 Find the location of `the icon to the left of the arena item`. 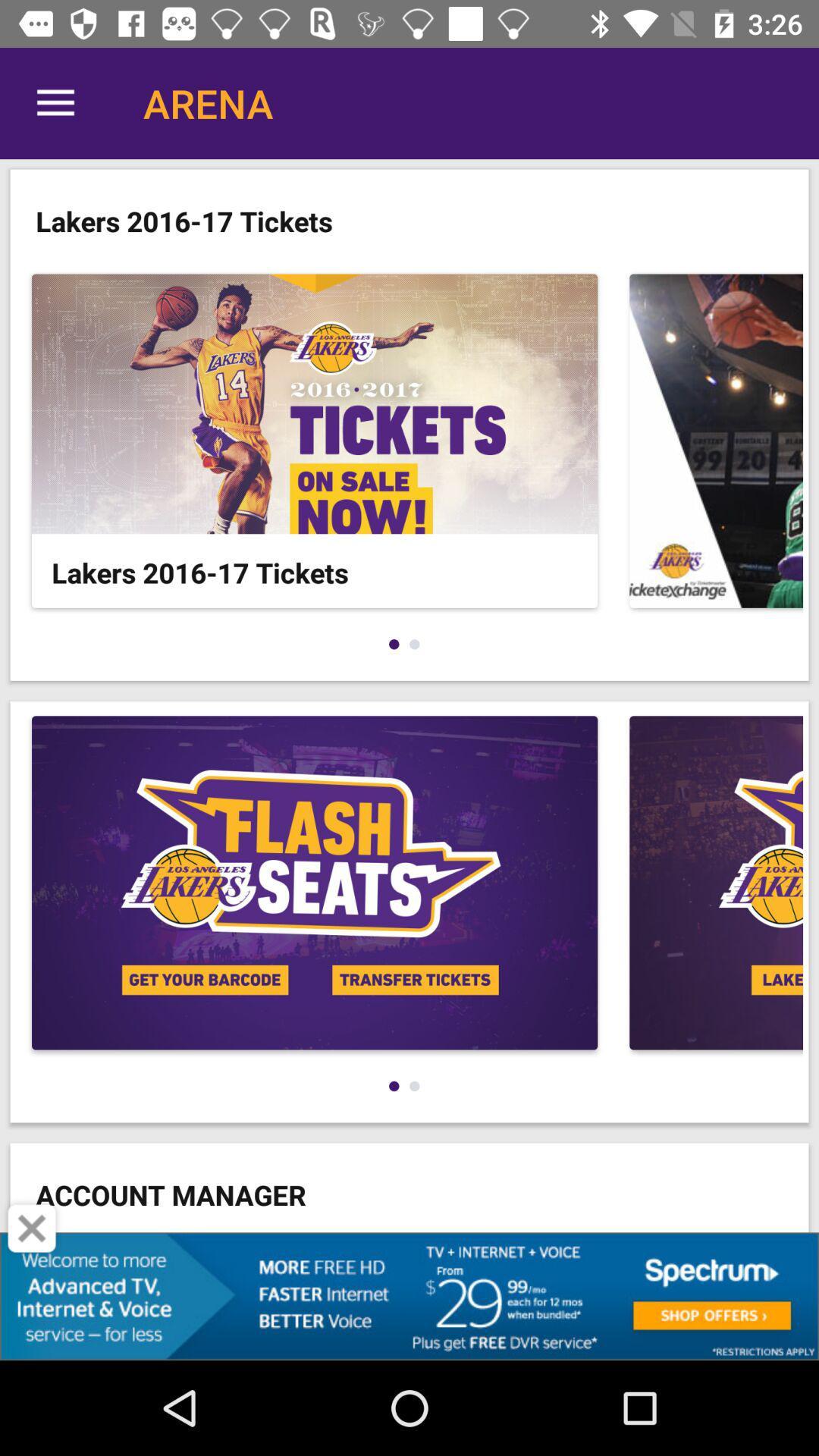

the icon to the left of the arena item is located at coordinates (55, 102).